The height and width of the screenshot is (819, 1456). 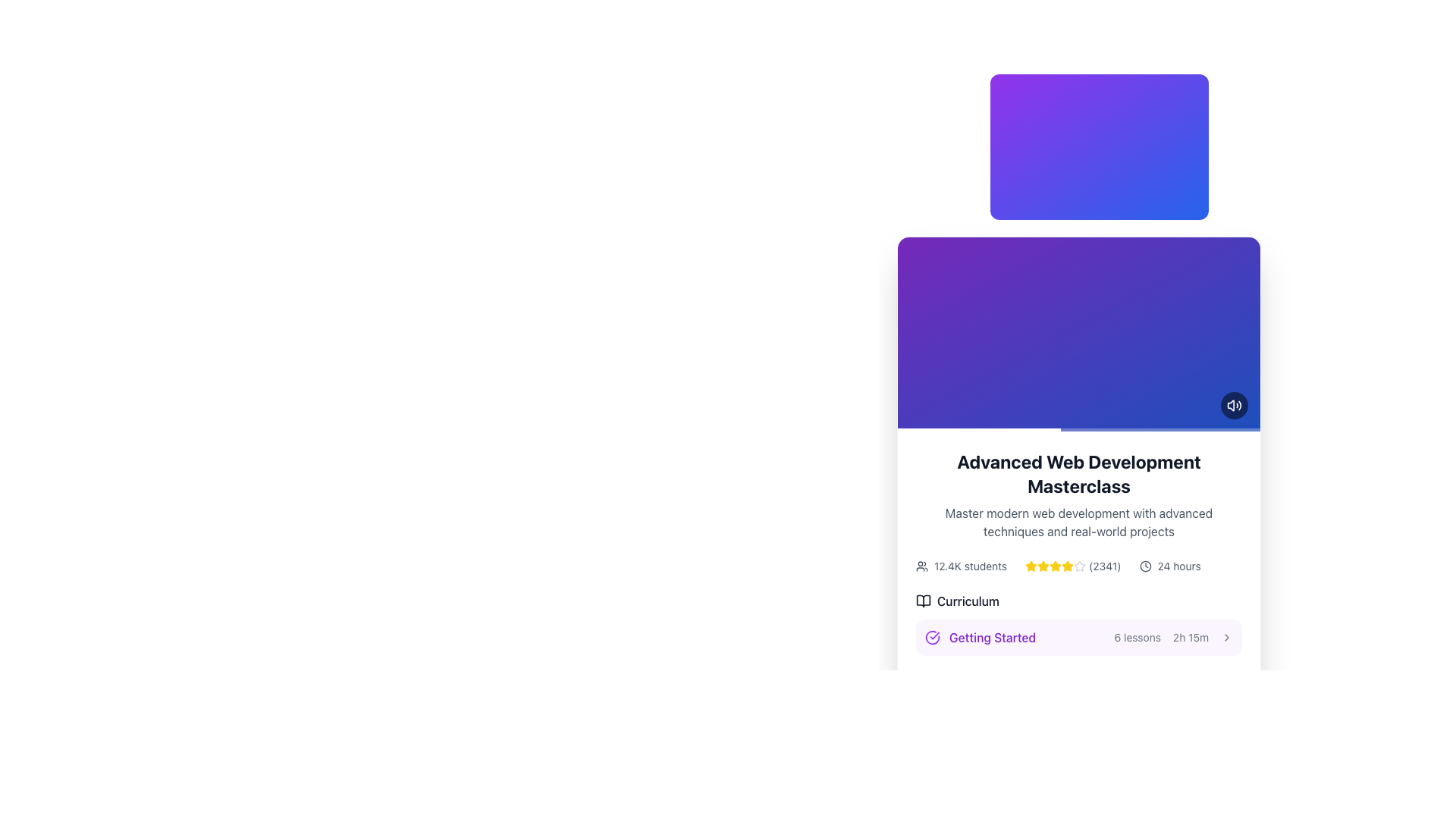 What do you see at coordinates (1043, 566) in the screenshot?
I see `the third star icon in the star rating component, which visually represents the course's average rating` at bounding box center [1043, 566].